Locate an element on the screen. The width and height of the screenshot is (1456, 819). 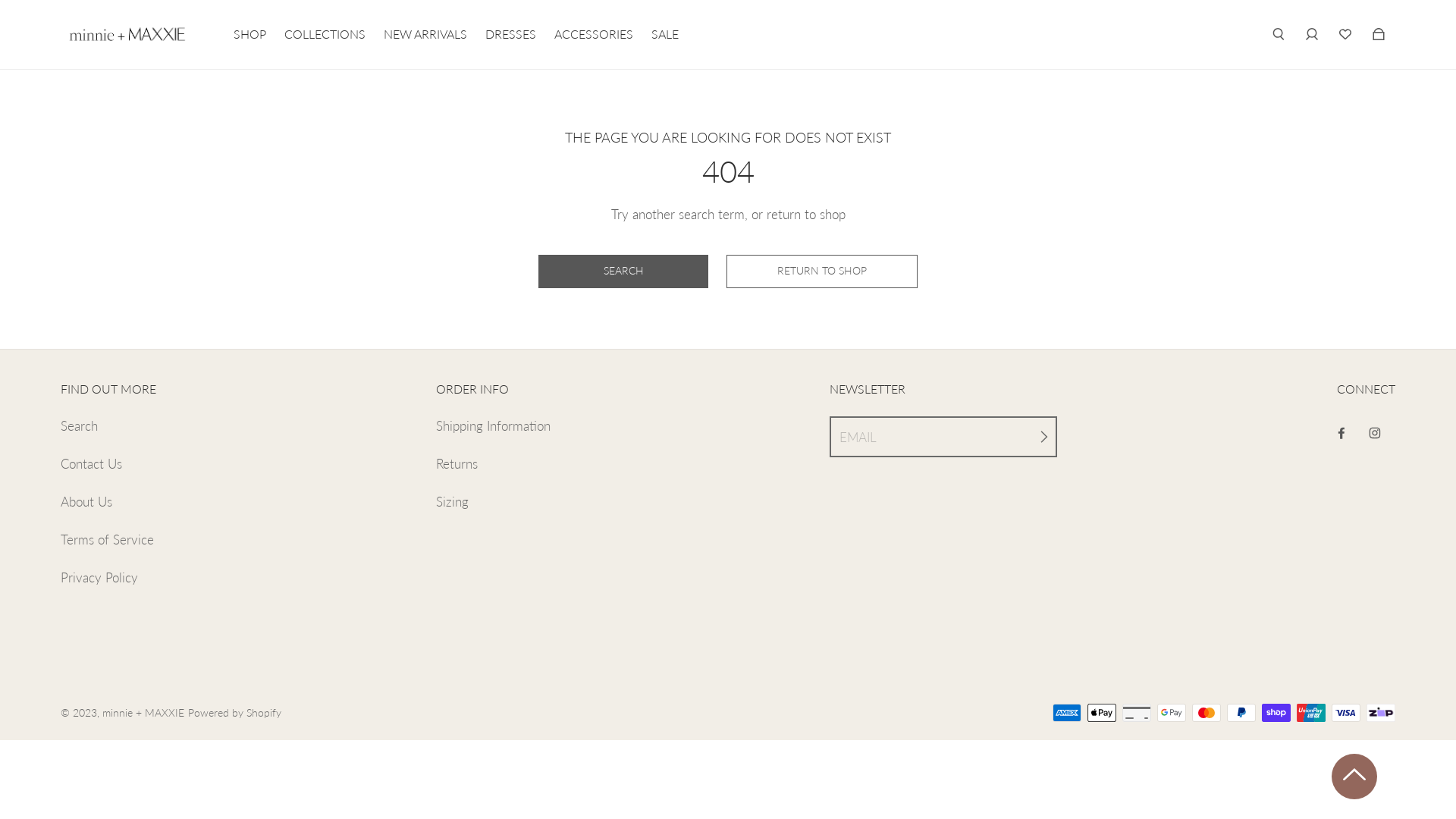
'Contact Us' is located at coordinates (90, 463).